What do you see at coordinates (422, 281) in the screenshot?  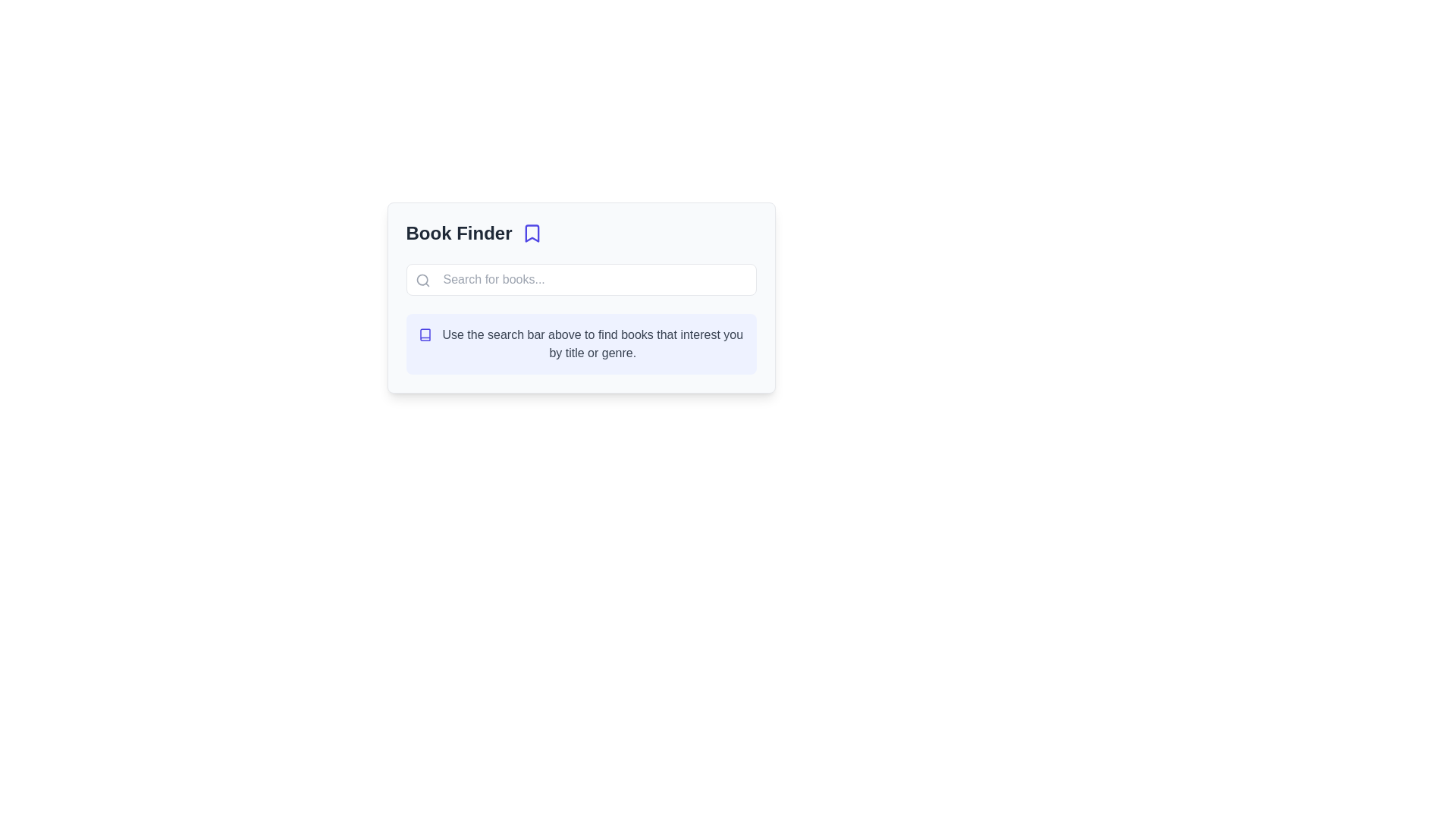 I see `the search icon located on the left side of the search field, near the placeholder text 'Search for books...'` at bounding box center [422, 281].